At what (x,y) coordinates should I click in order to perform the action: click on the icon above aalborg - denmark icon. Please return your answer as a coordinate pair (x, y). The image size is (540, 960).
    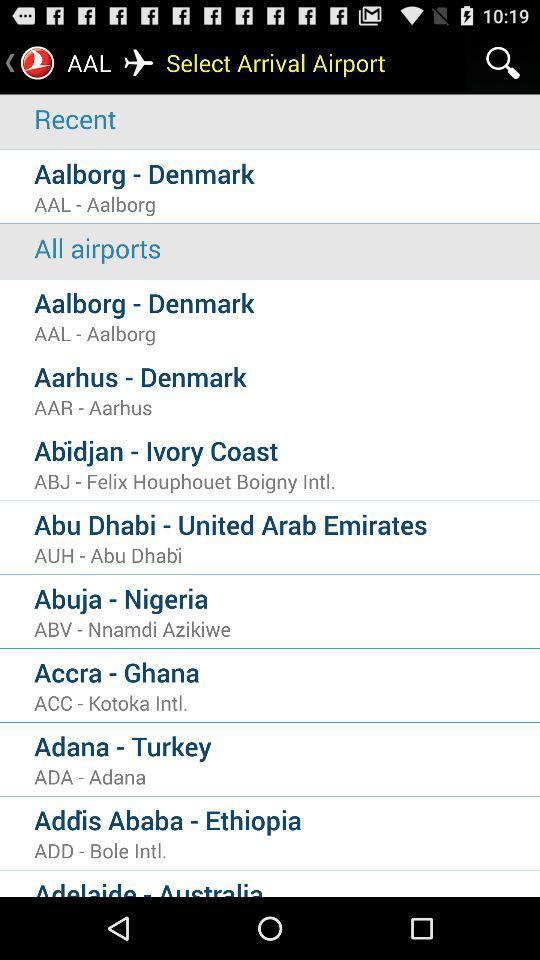
    Looking at the image, I should click on (286, 247).